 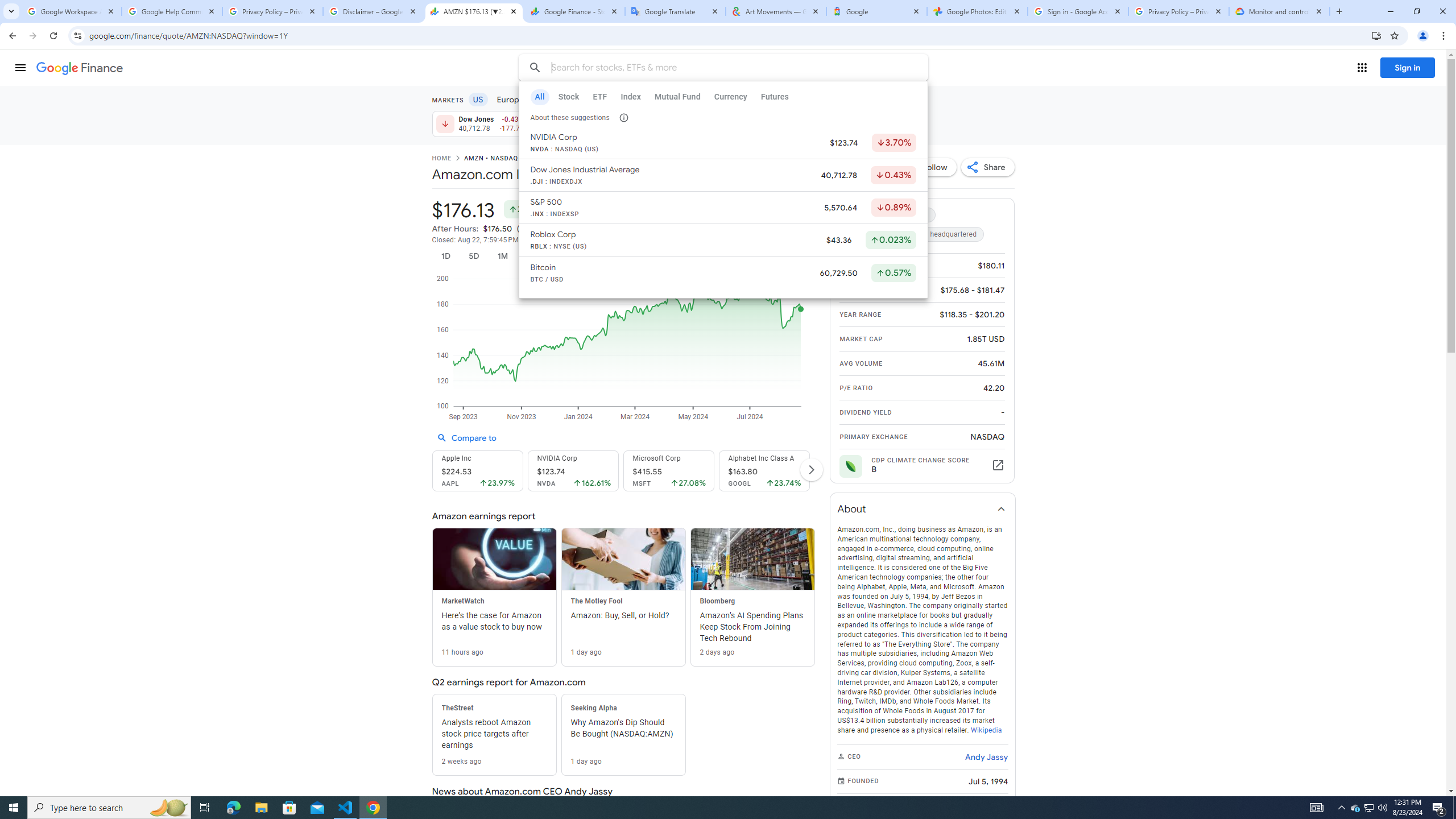 What do you see at coordinates (1078, 11) in the screenshot?
I see `'Sign in - Google Accounts'` at bounding box center [1078, 11].